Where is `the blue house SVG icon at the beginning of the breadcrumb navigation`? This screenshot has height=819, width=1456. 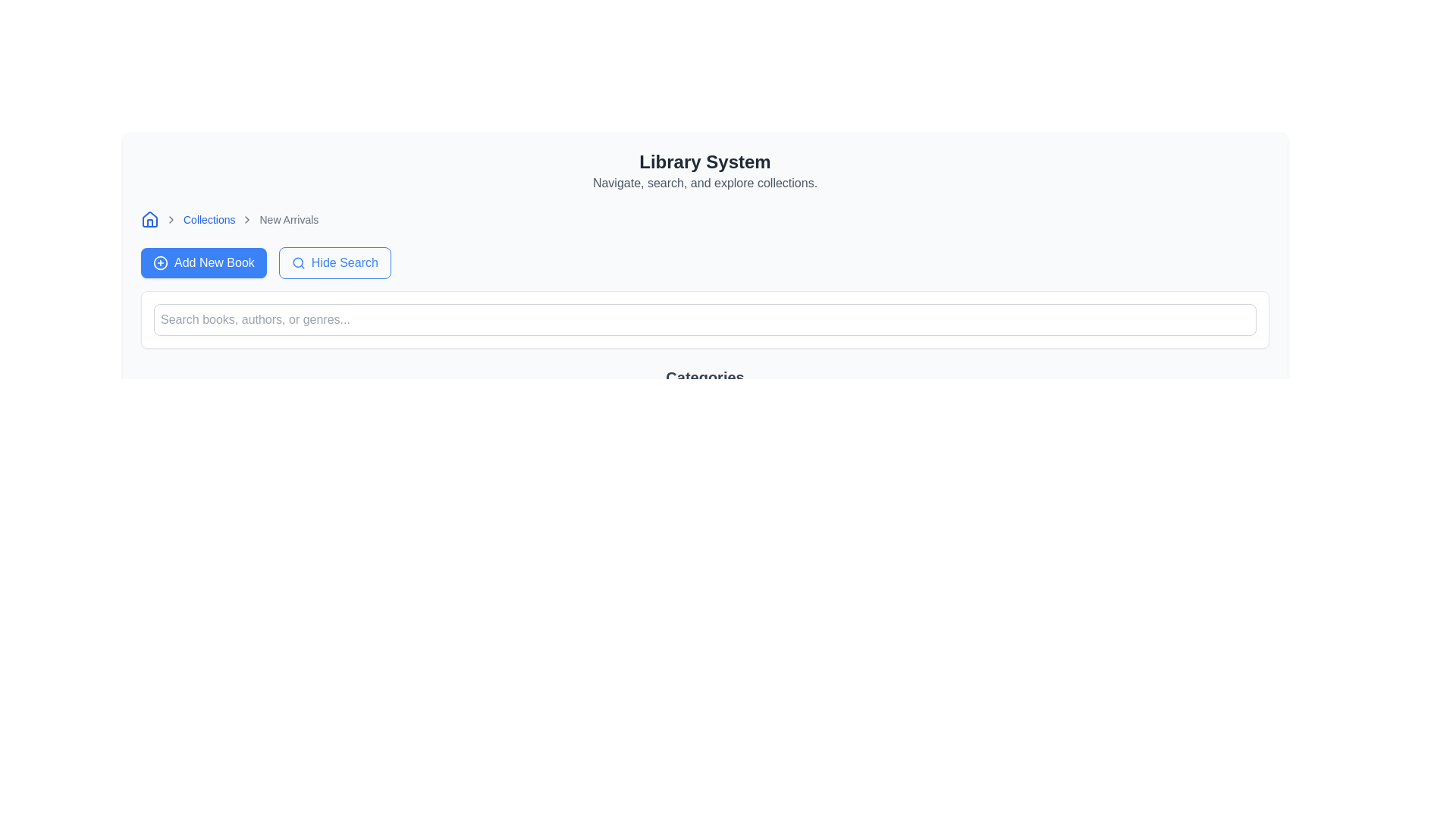 the blue house SVG icon at the beginning of the breadcrumb navigation is located at coordinates (149, 219).